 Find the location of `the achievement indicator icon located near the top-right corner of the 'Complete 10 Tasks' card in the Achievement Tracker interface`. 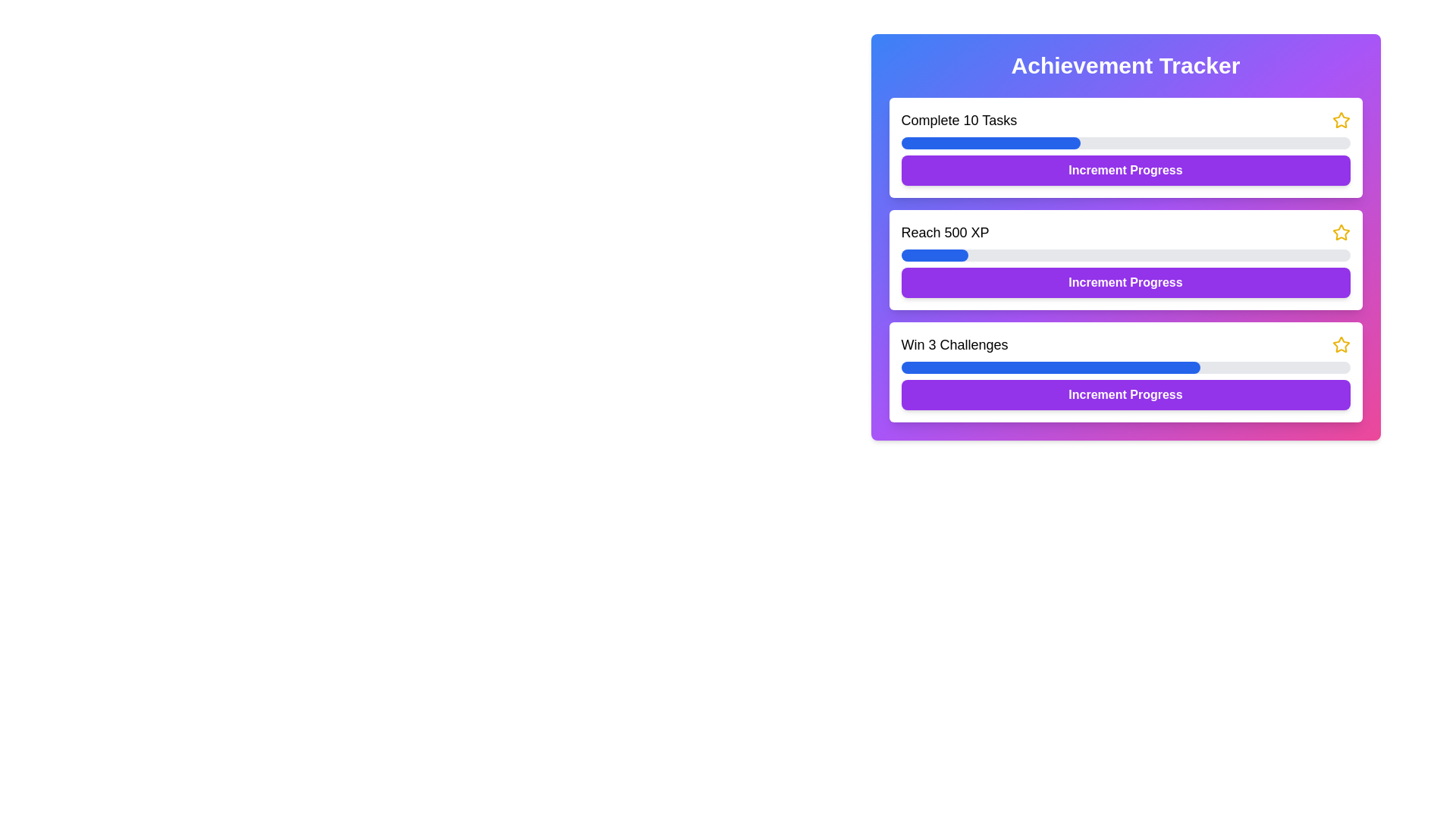

the achievement indicator icon located near the top-right corner of the 'Complete 10 Tasks' card in the Achievement Tracker interface is located at coordinates (1341, 344).